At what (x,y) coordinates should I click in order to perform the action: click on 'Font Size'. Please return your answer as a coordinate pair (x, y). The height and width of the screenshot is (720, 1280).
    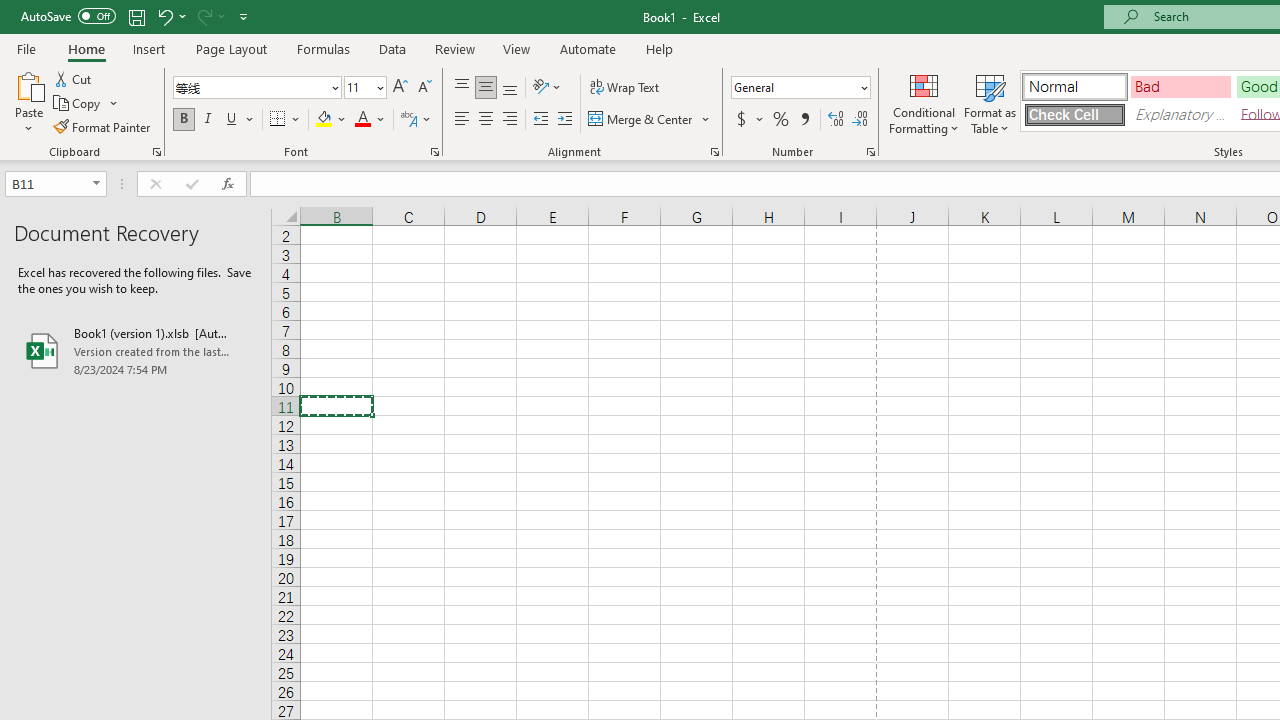
    Looking at the image, I should click on (365, 86).